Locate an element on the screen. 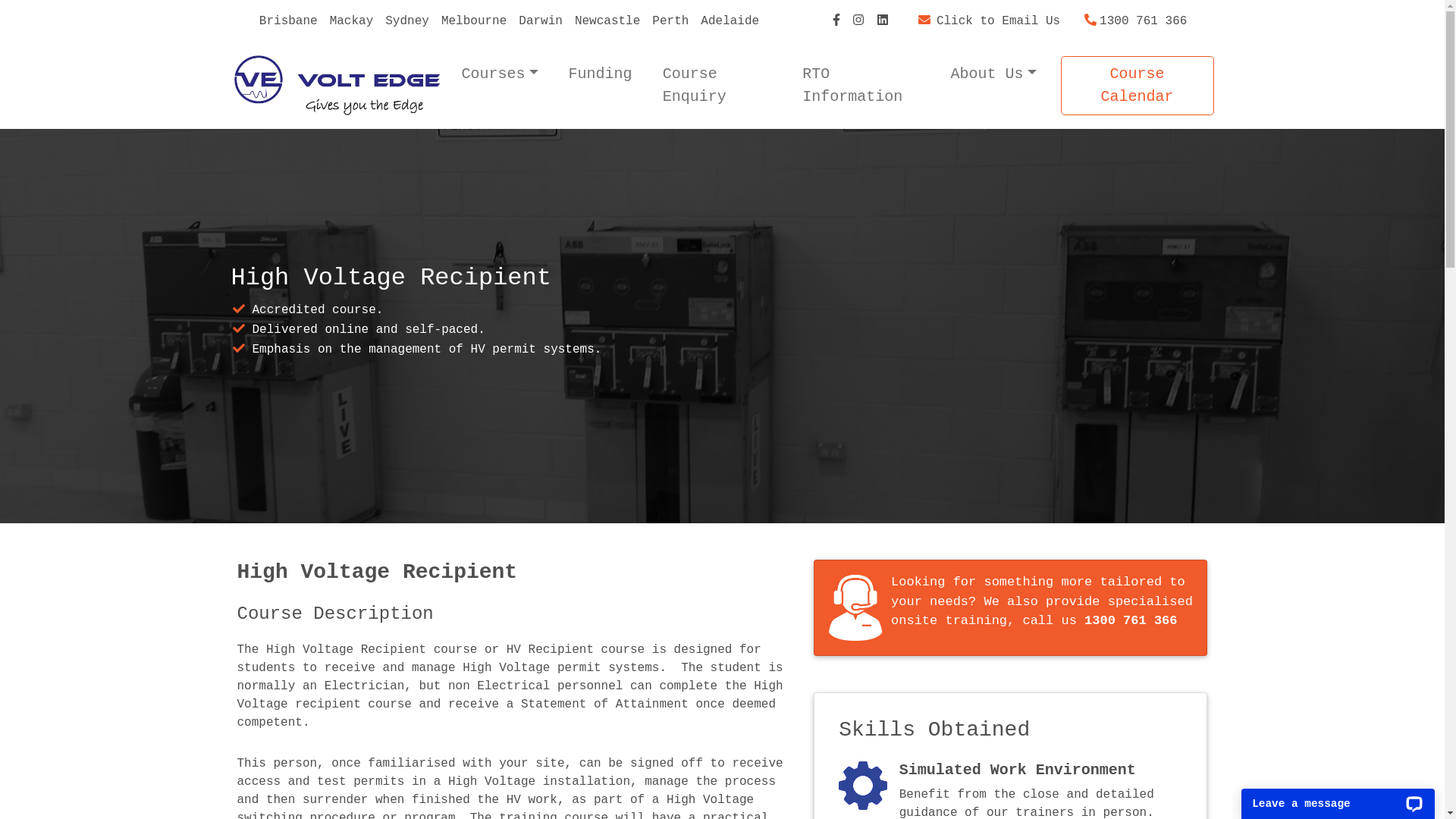 The image size is (1456, 819). 'Click to Email Us' is located at coordinates (989, 20).